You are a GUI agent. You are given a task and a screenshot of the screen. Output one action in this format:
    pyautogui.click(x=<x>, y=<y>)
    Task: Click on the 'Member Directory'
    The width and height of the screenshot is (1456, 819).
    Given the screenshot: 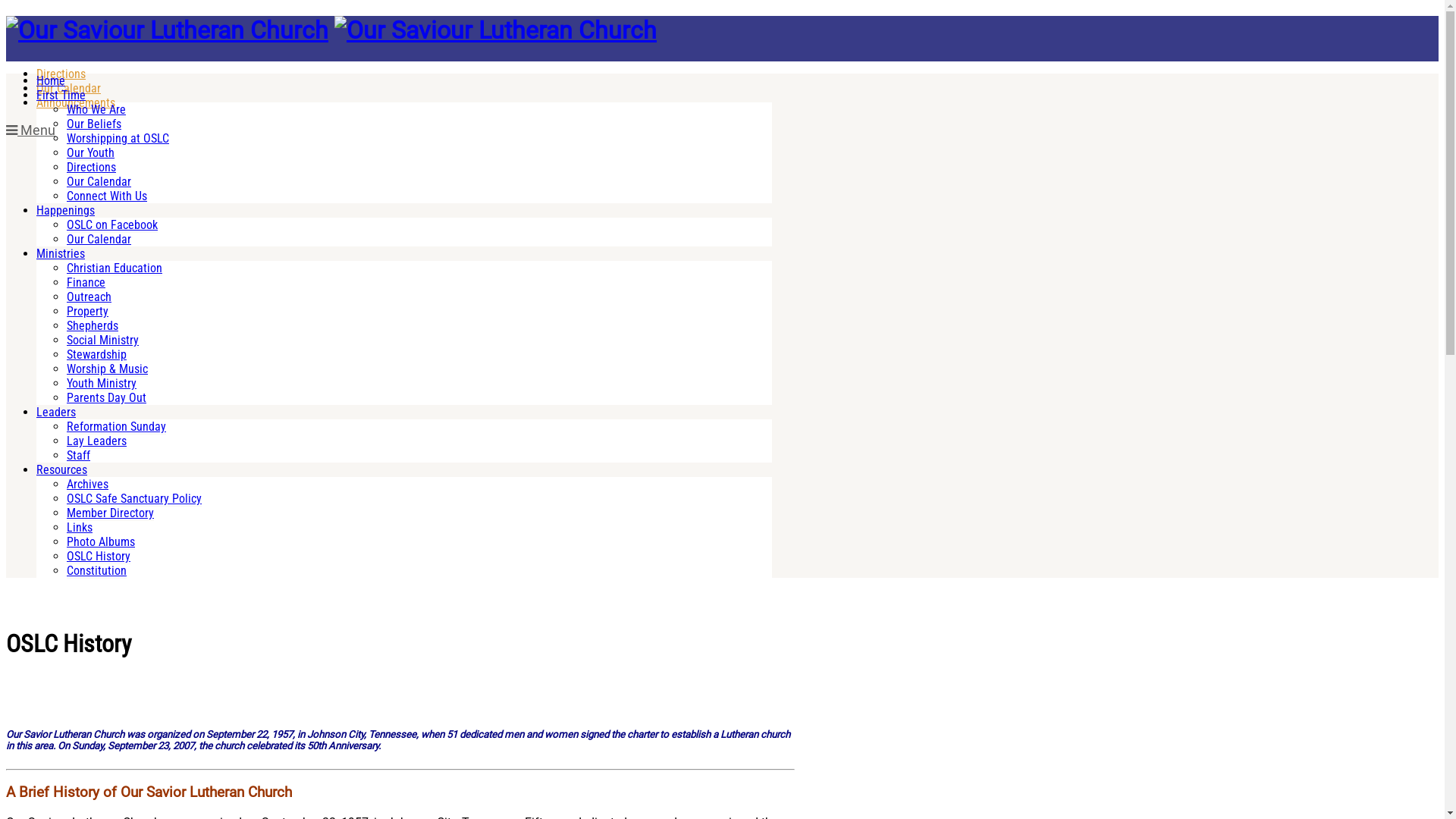 What is the action you would take?
    pyautogui.click(x=109, y=513)
    